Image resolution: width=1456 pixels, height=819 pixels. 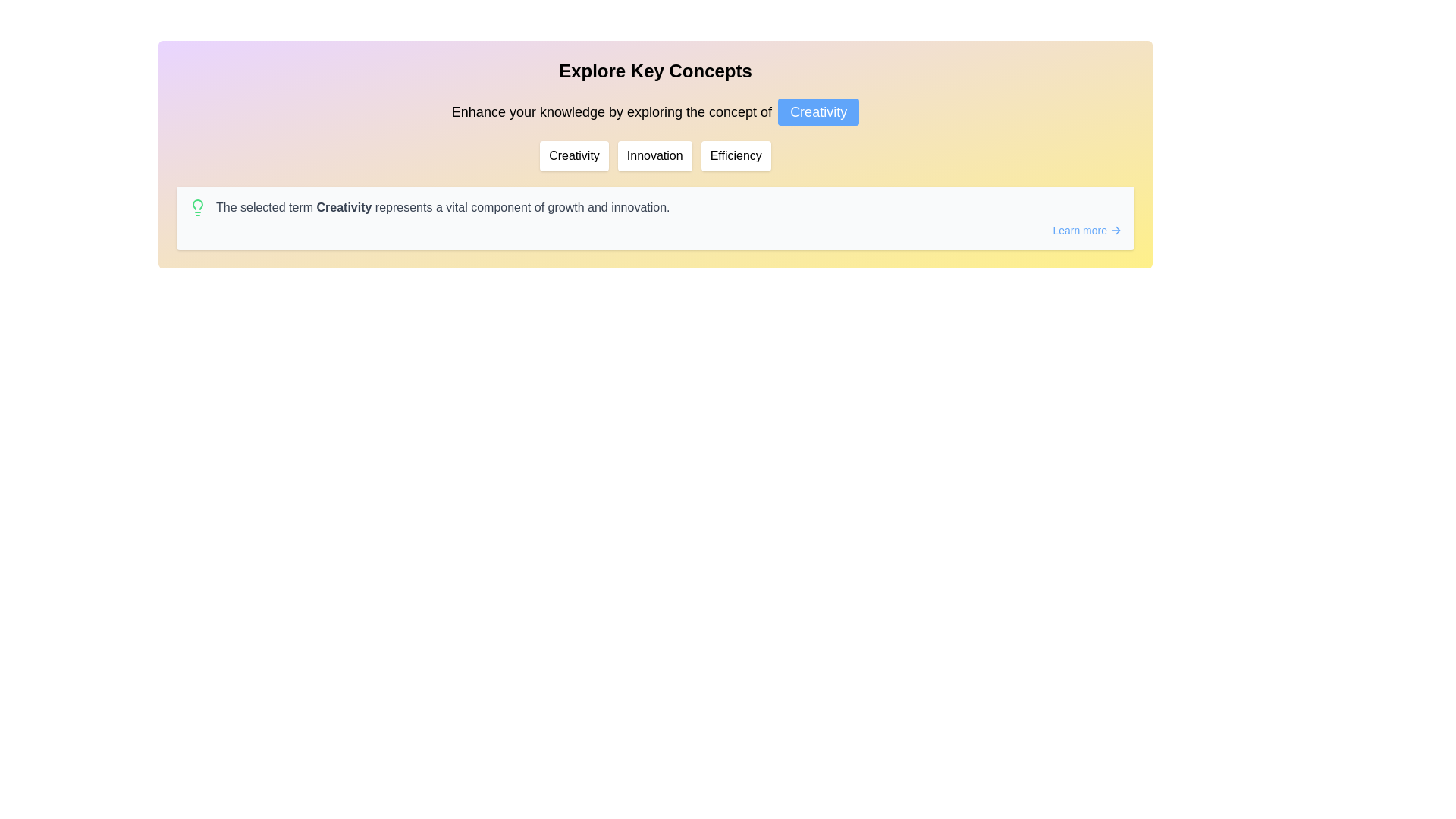 What do you see at coordinates (736, 155) in the screenshot?
I see `the 'Efficiency' button, the third button in a sequence of three buttons labeled 'Creativity', 'Innovation', and 'Efficiency', located in the upper section of the interface` at bounding box center [736, 155].